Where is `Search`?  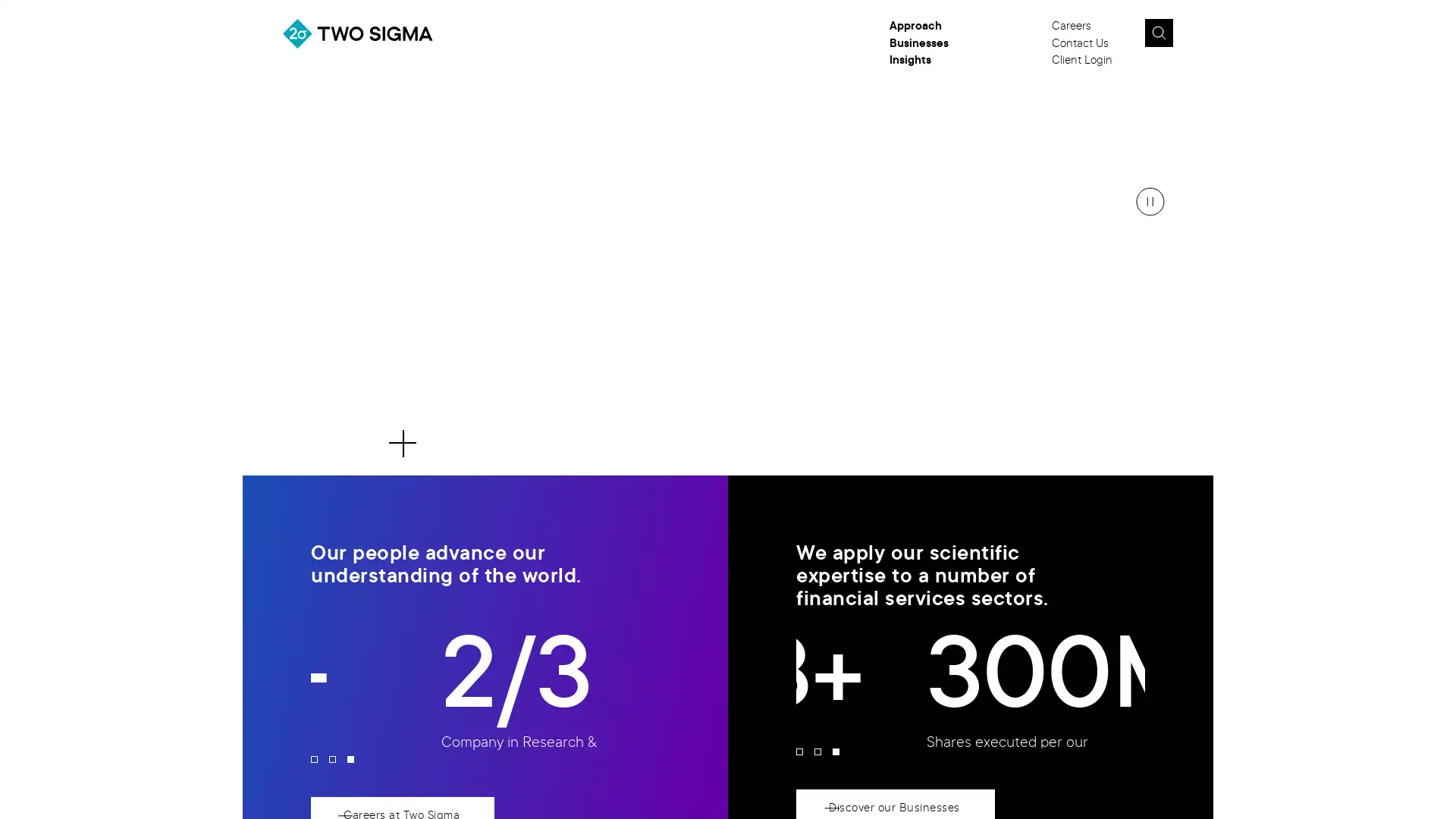
Search is located at coordinates (1193, 37).